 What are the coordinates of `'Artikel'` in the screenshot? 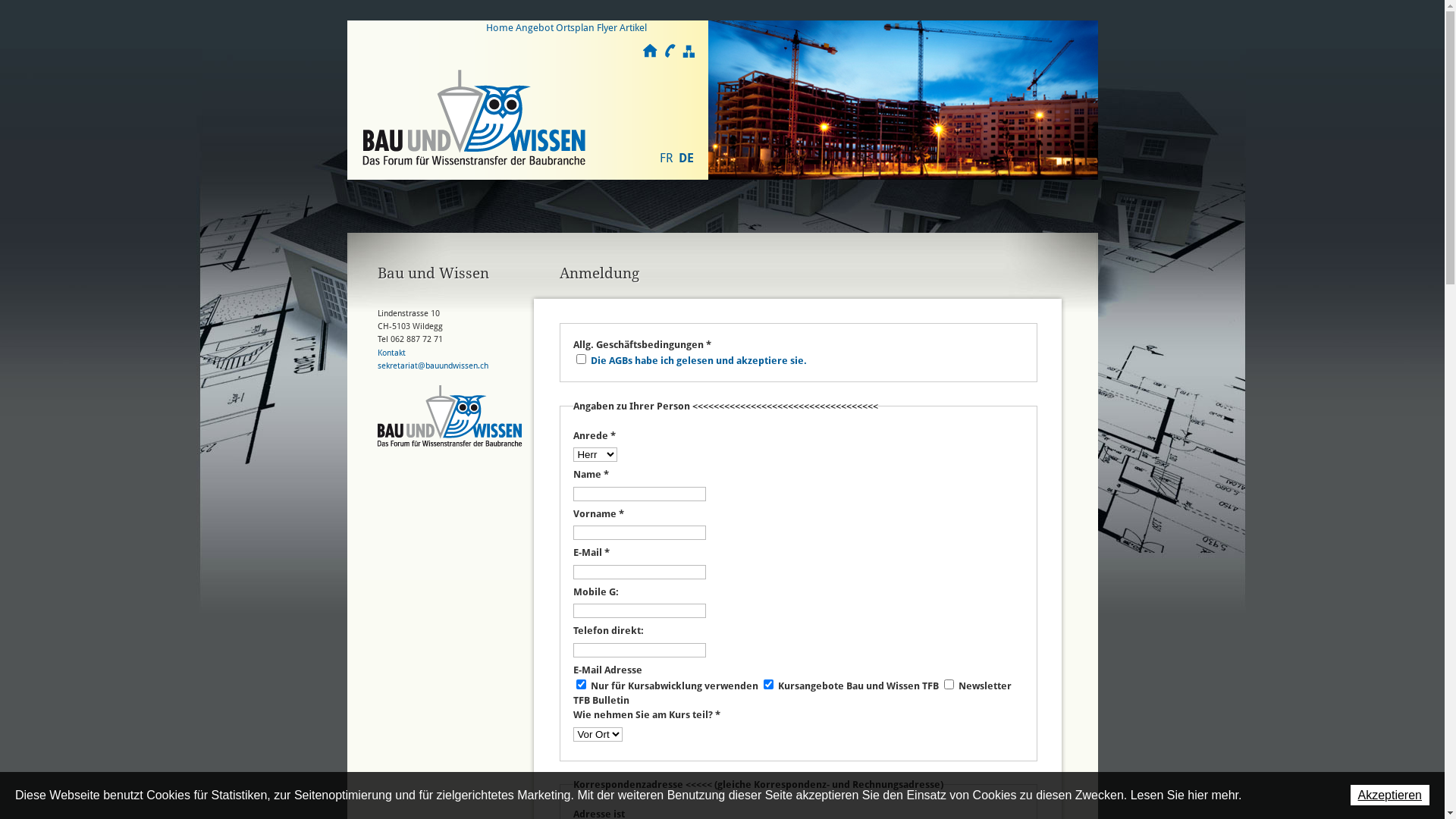 It's located at (633, 27).